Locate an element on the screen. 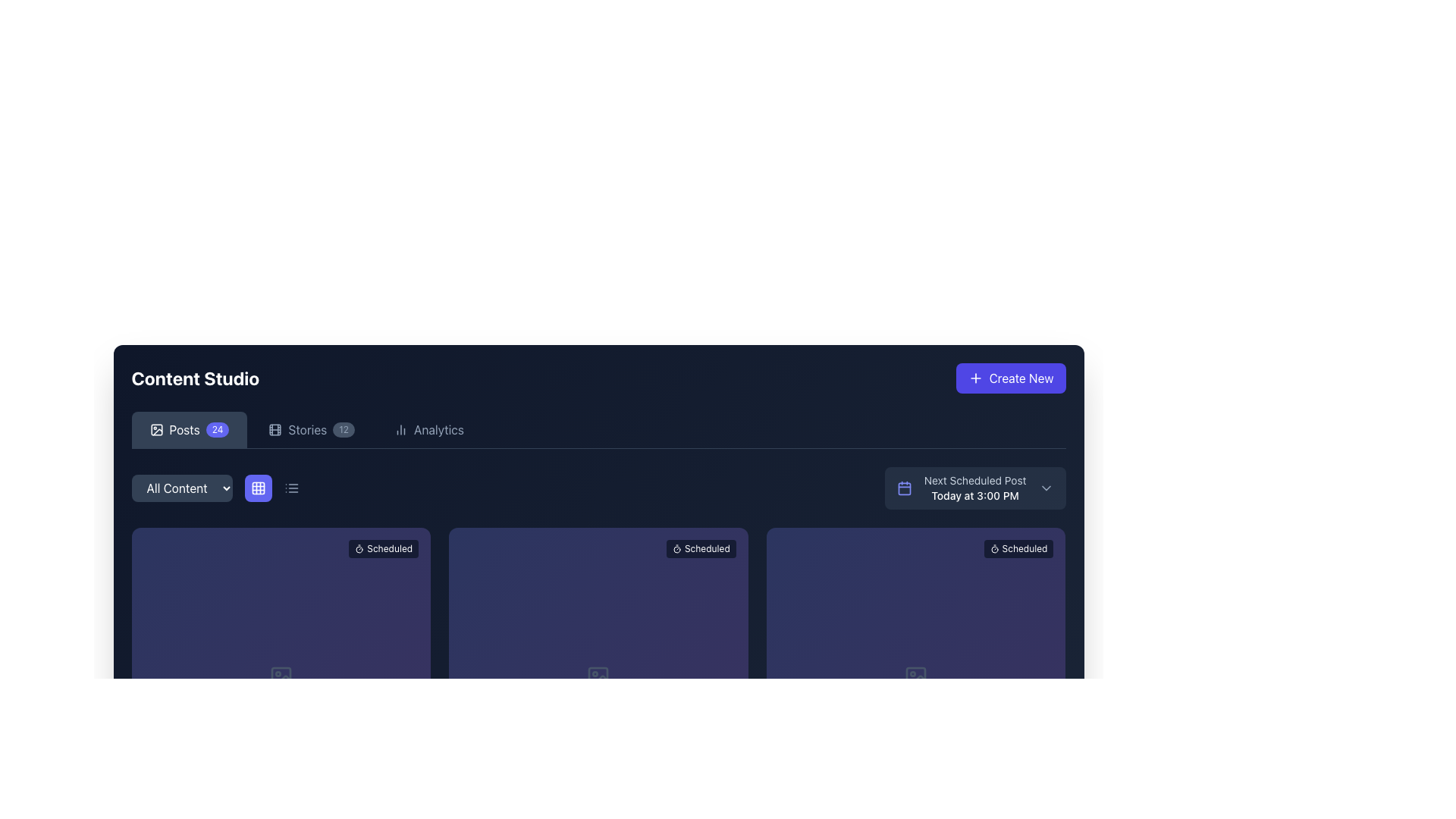 This screenshot has height=819, width=1456. the 'Create New' button by moving the cursor to the center of the plus icon located at the top-right corner of the interface is located at coordinates (975, 377).